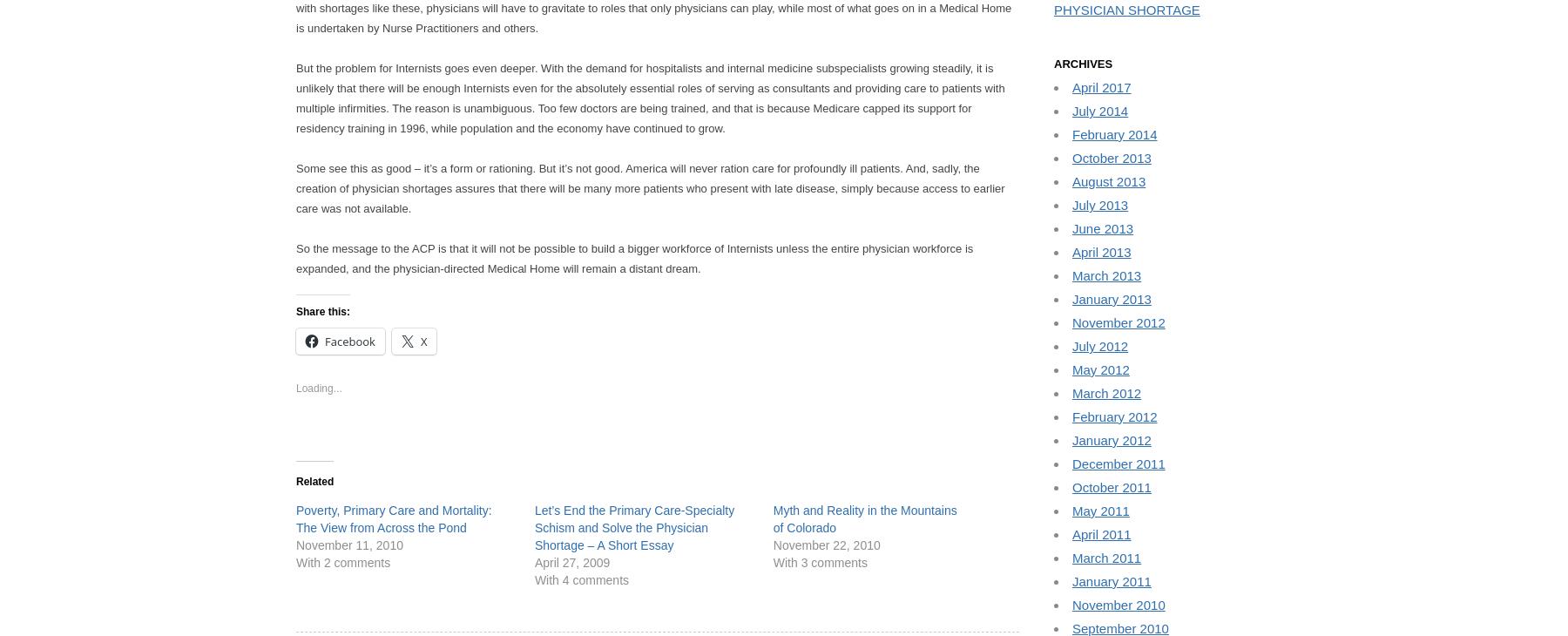 The image size is (1568, 636). What do you see at coordinates (322, 310) in the screenshot?
I see `'Share this:'` at bounding box center [322, 310].